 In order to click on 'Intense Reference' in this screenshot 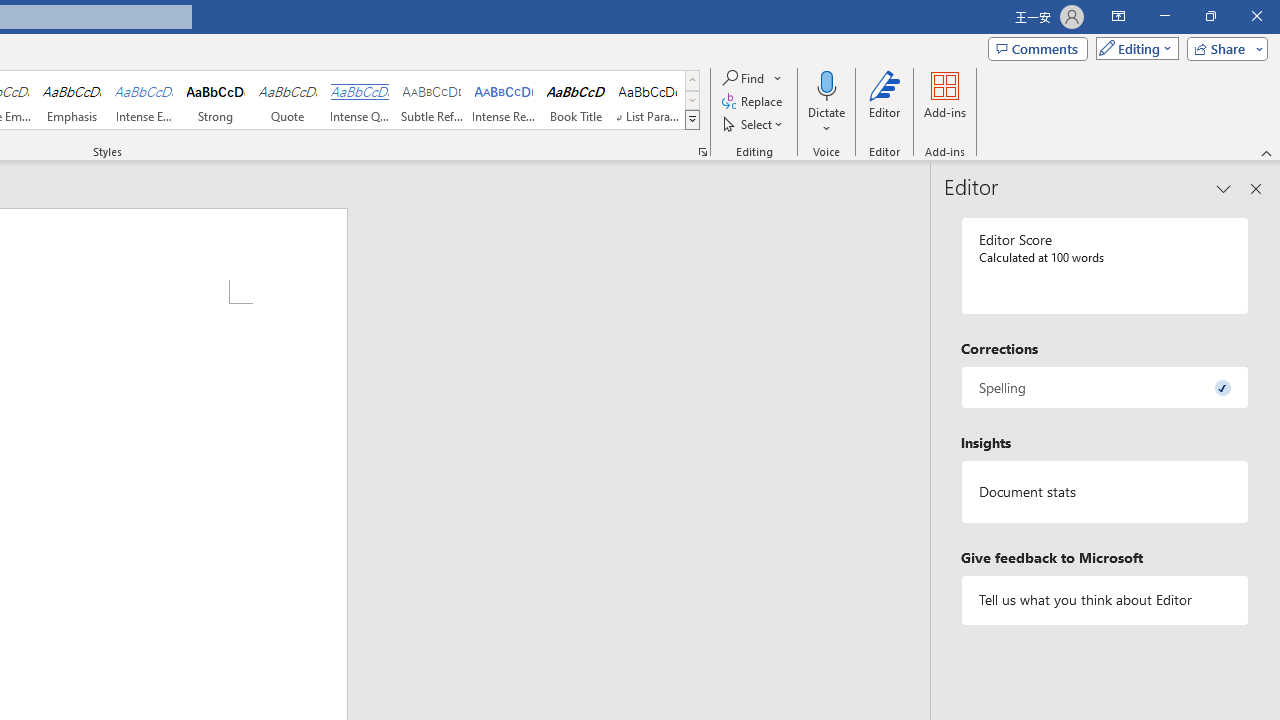, I will do `click(504, 100)`.